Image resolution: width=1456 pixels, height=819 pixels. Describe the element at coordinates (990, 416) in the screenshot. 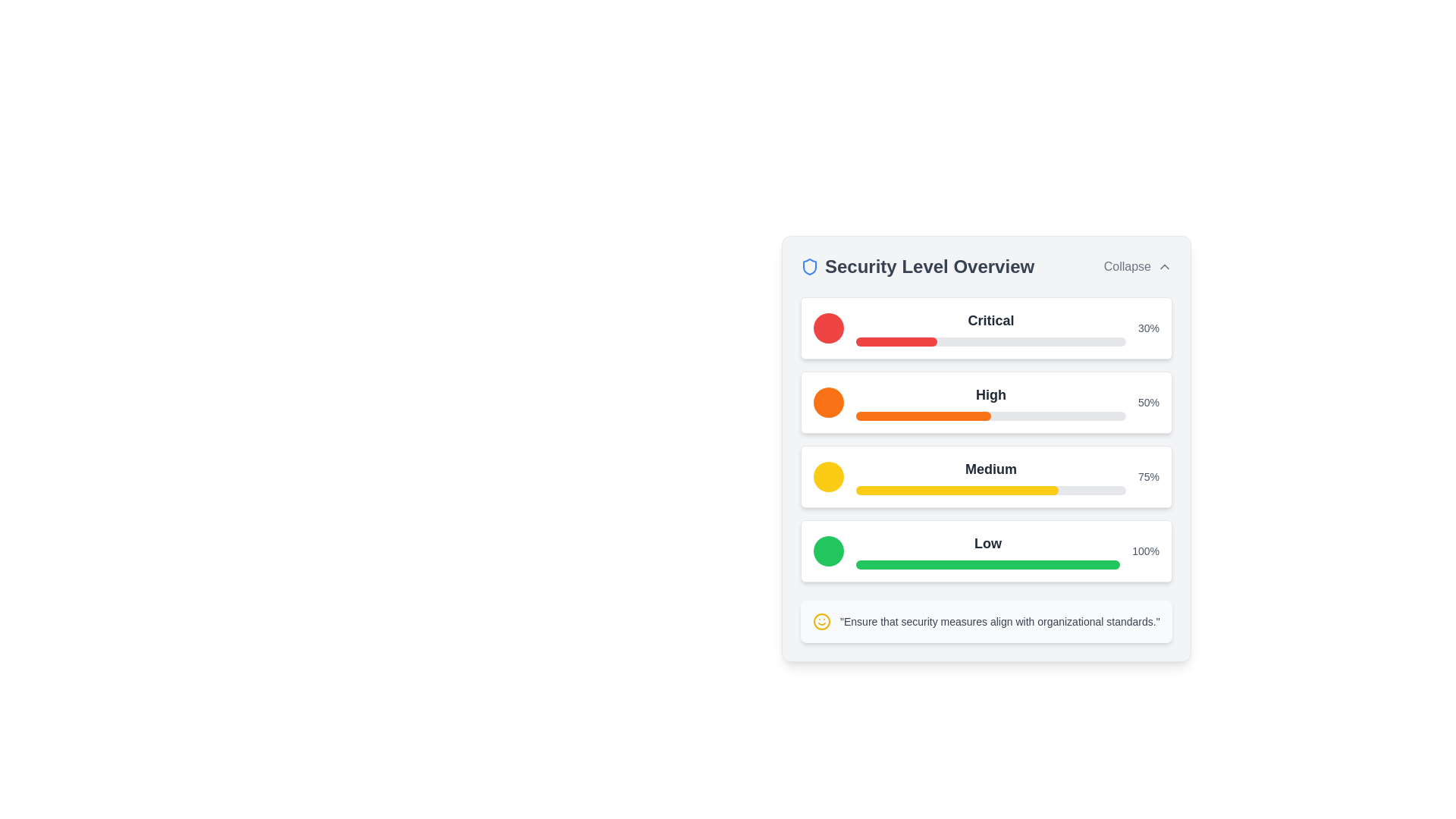

I see `the second progress bar that indicates a 'High' level of progression, visually represented with 50% orange fill, located under the label 'High'` at that location.